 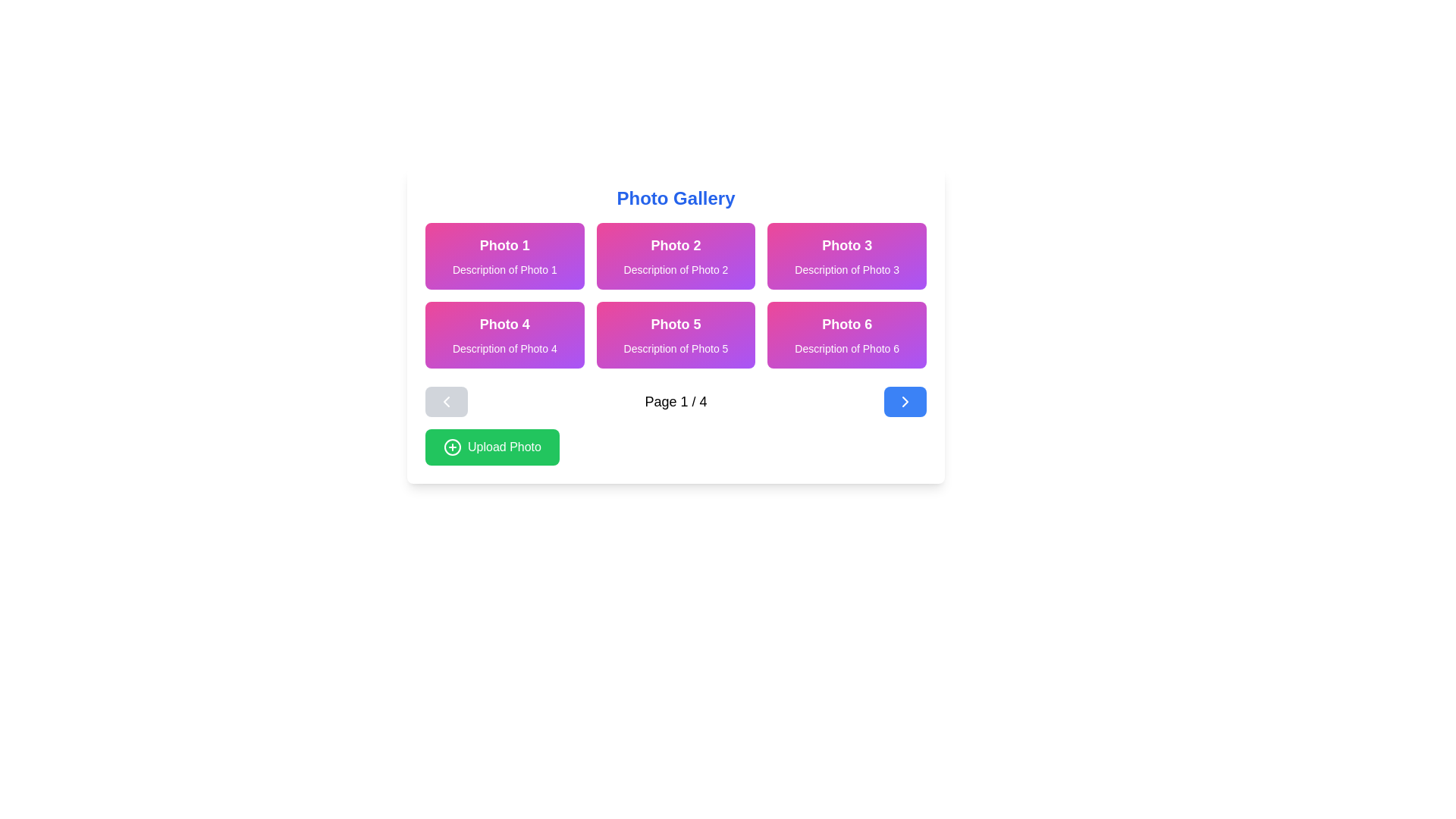 What do you see at coordinates (675, 400) in the screenshot?
I see `the text label displaying 'Page 1 / 4' located in the bottom middle portion of the 'Photo Gallery' section, between two navigation buttons` at bounding box center [675, 400].